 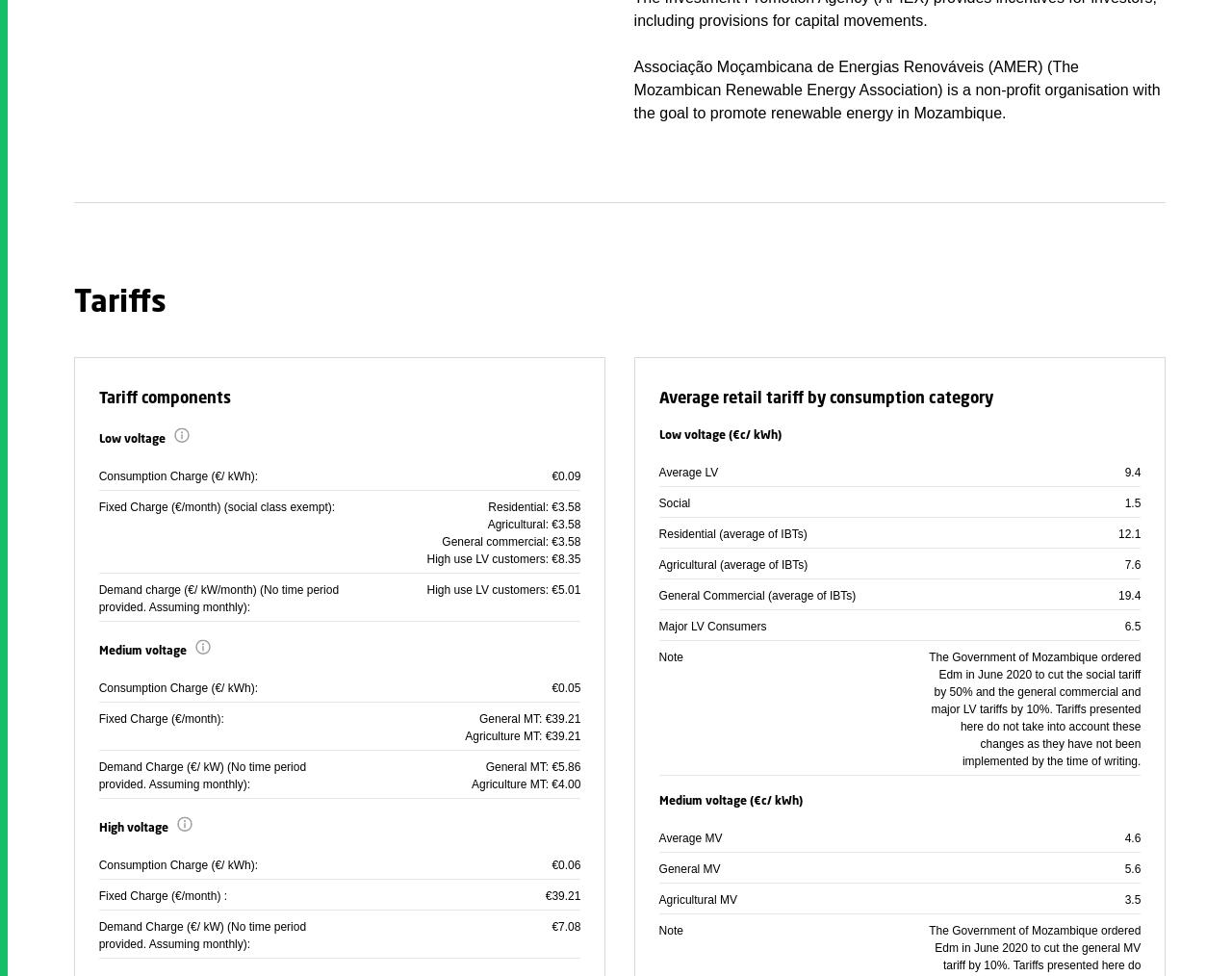 I want to click on 'General commercial: €3.58', so click(x=510, y=540).